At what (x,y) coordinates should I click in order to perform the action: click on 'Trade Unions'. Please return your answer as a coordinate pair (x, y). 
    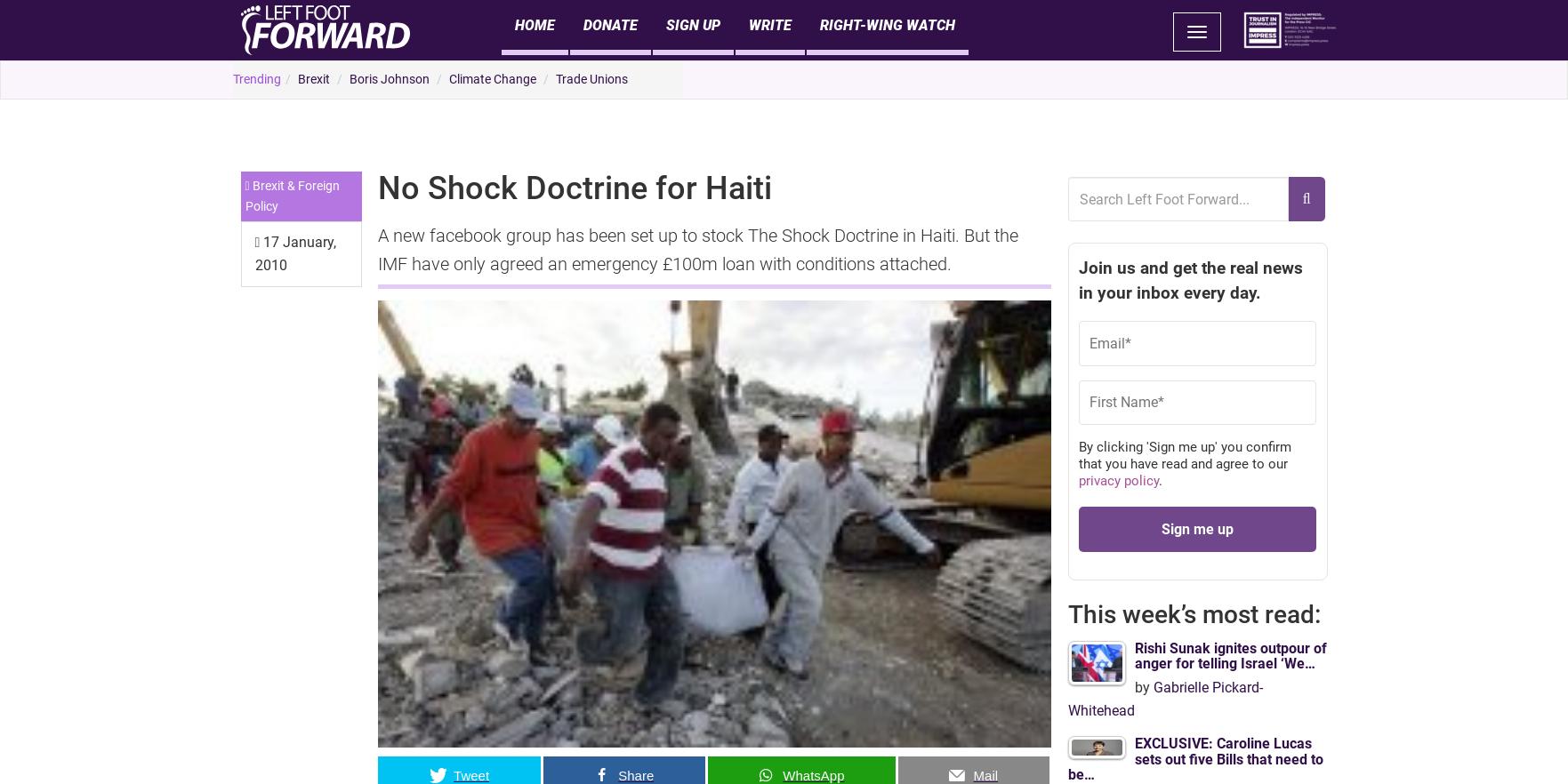
    Looking at the image, I should click on (554, 78).